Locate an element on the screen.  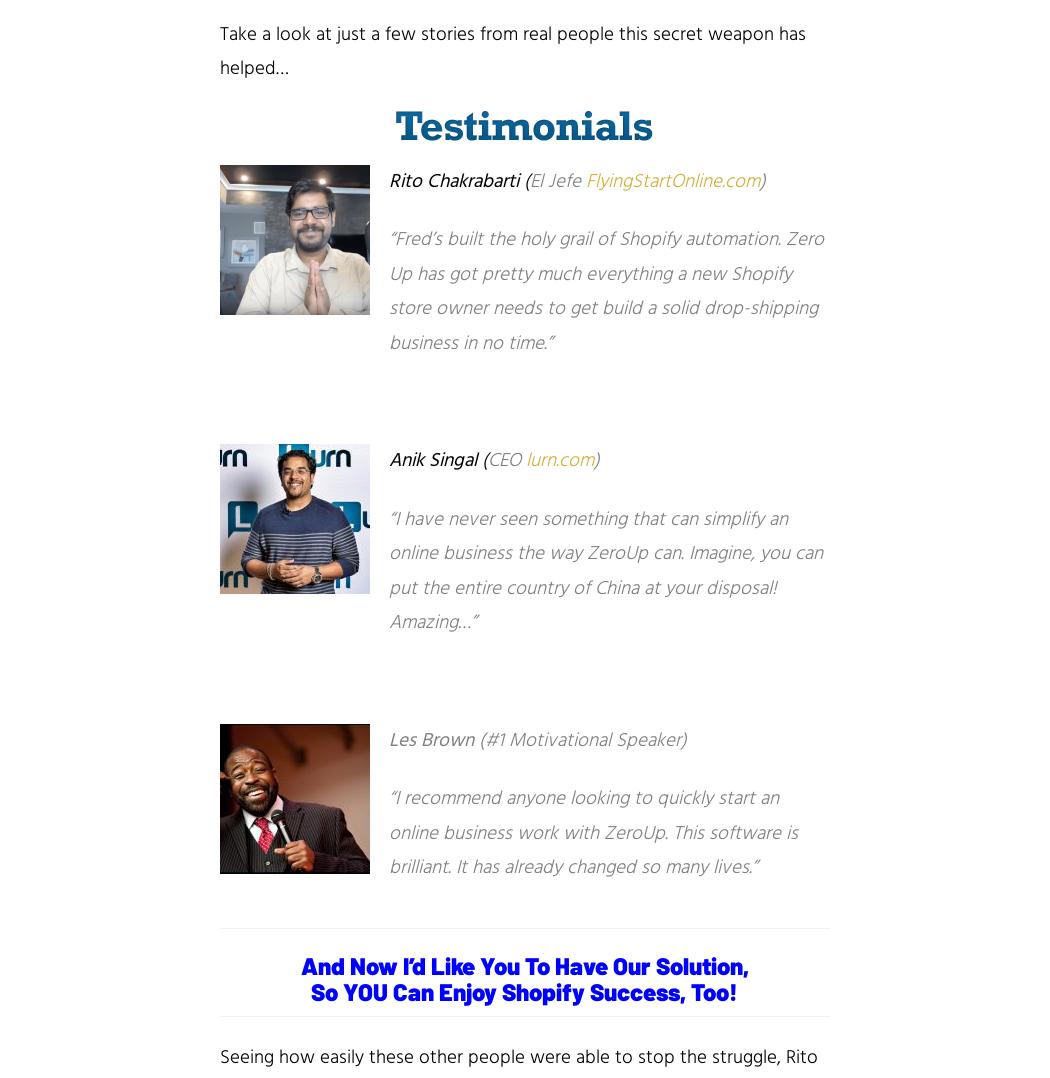
'lurn.com' is located at coordinates (559, 460).